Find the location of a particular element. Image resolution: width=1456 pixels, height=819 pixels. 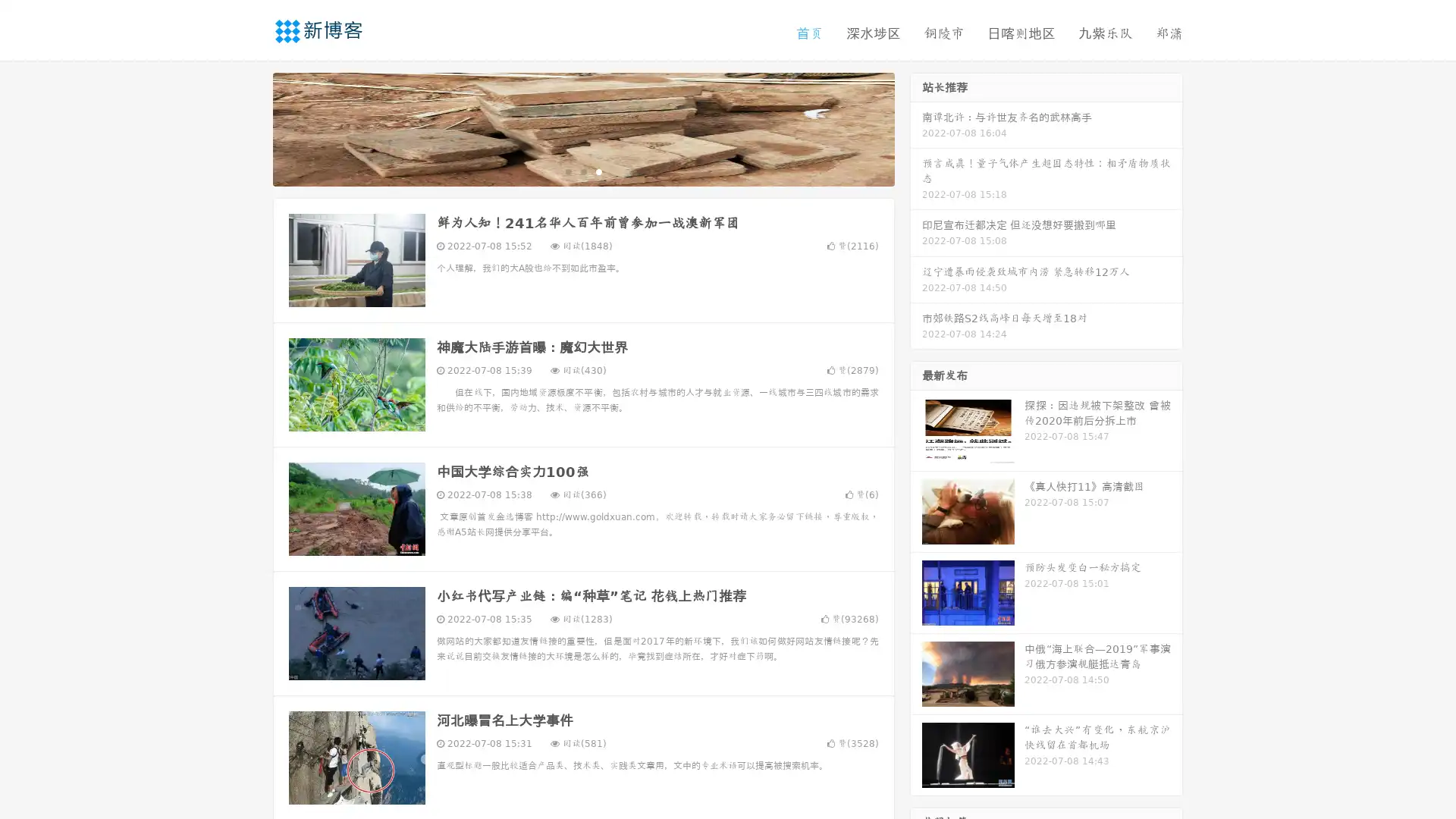

Previous slide is located at coordinates (250, 127).